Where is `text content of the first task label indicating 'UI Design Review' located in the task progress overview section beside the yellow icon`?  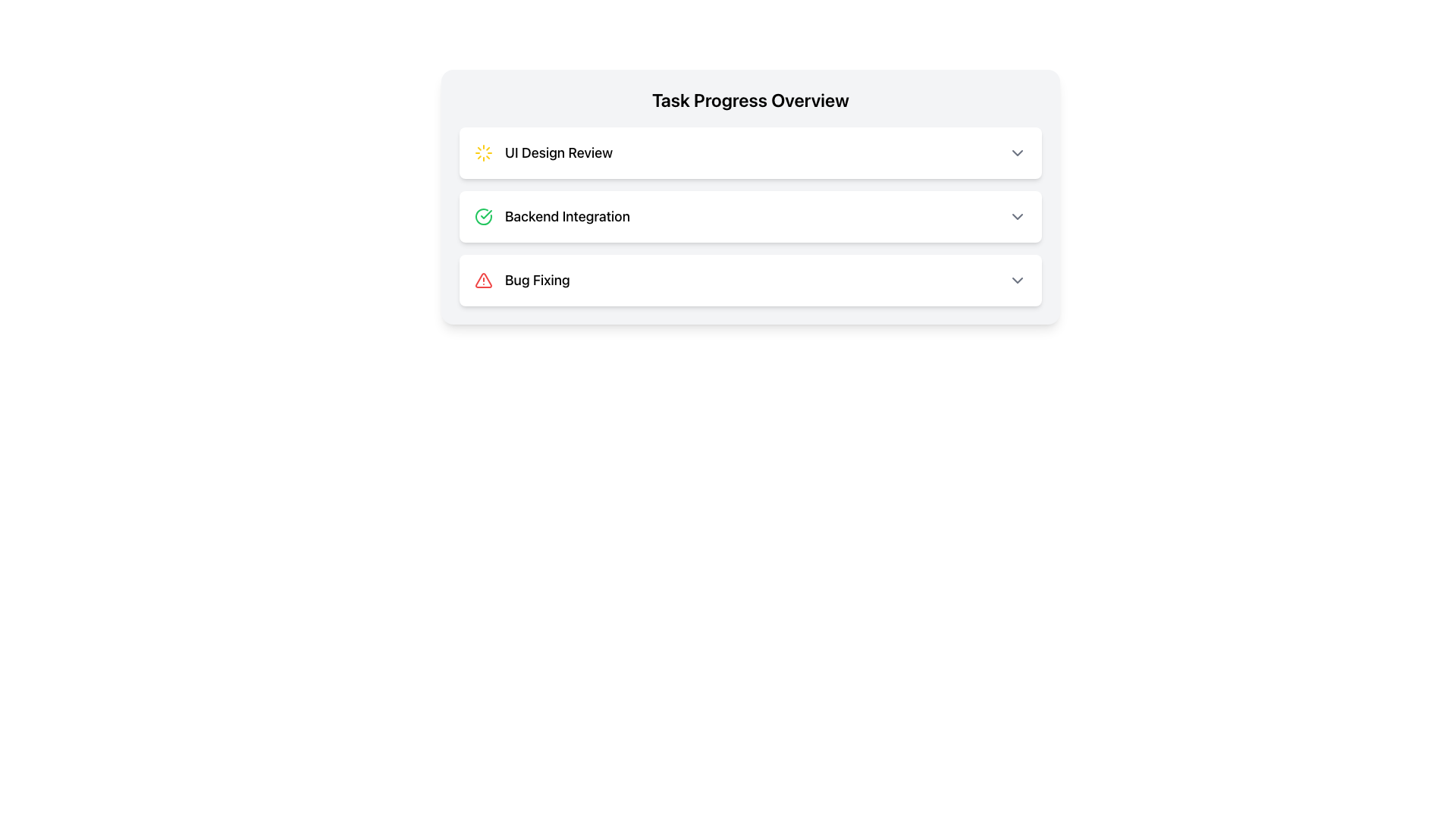
text content of the first task label indicating 'UI Design Review' located in the task progress overview section beside the yellow icon is located at coordinates (558, 152).